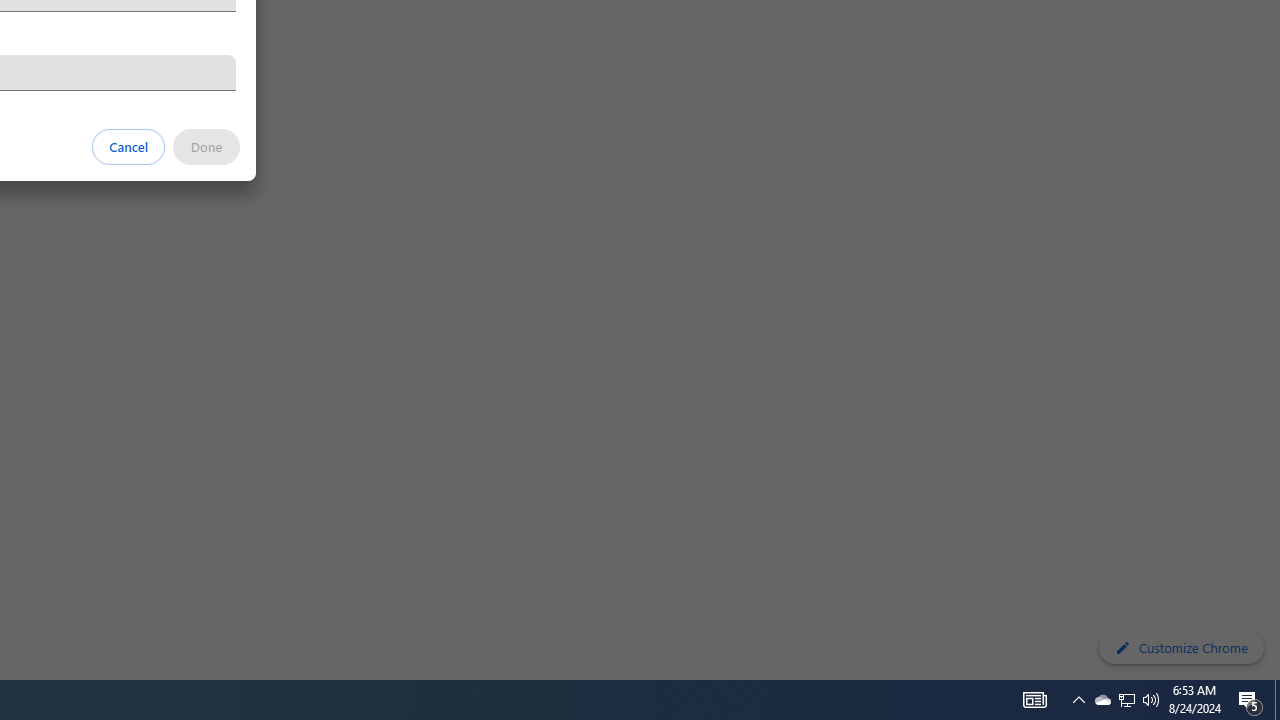 This screenshot has width=1280, height=720. Describe the element at coordinates (206, 145) in the screenshot. I see `'Done'` at that location.